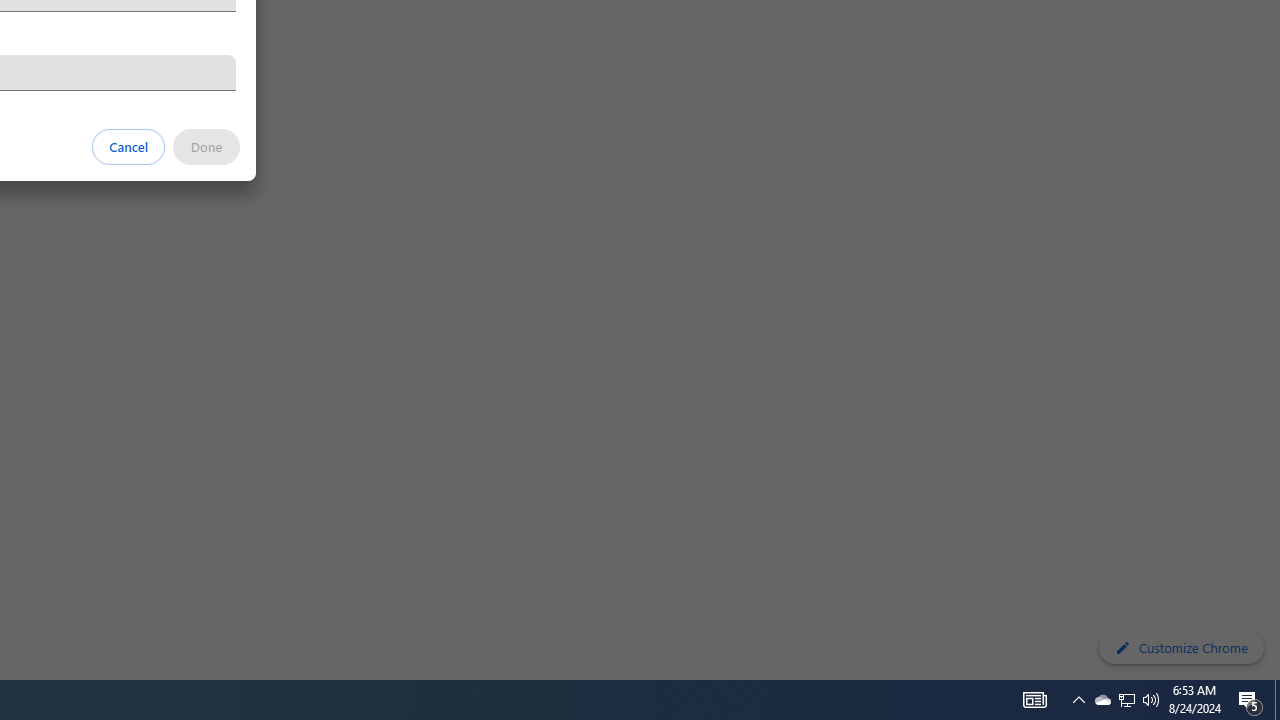 This screenshot has width=1280, height=720. Describe the element at coordinates (206, 145) in the screenshot. I see `'Done'` at that location.